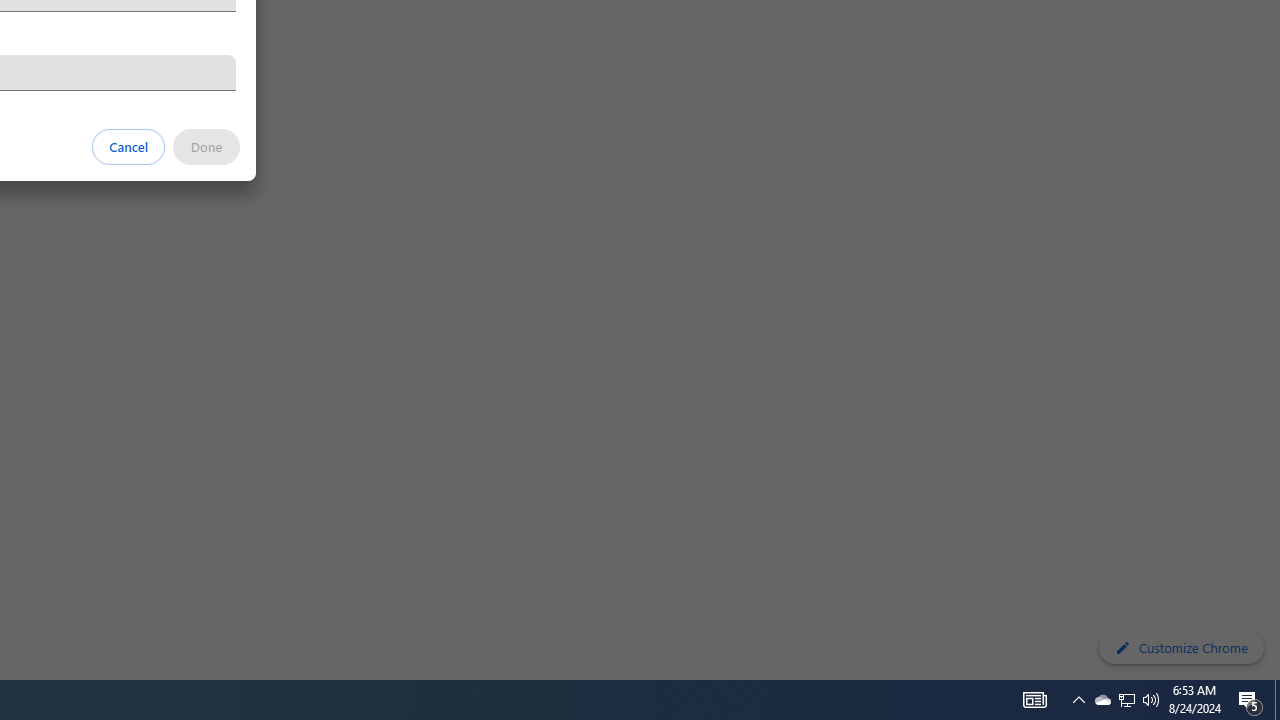 This screenshot has width=1280, height=720. Describe the element at coordinates (206, 145) in the screenshot. I see `'Done'` at that location.